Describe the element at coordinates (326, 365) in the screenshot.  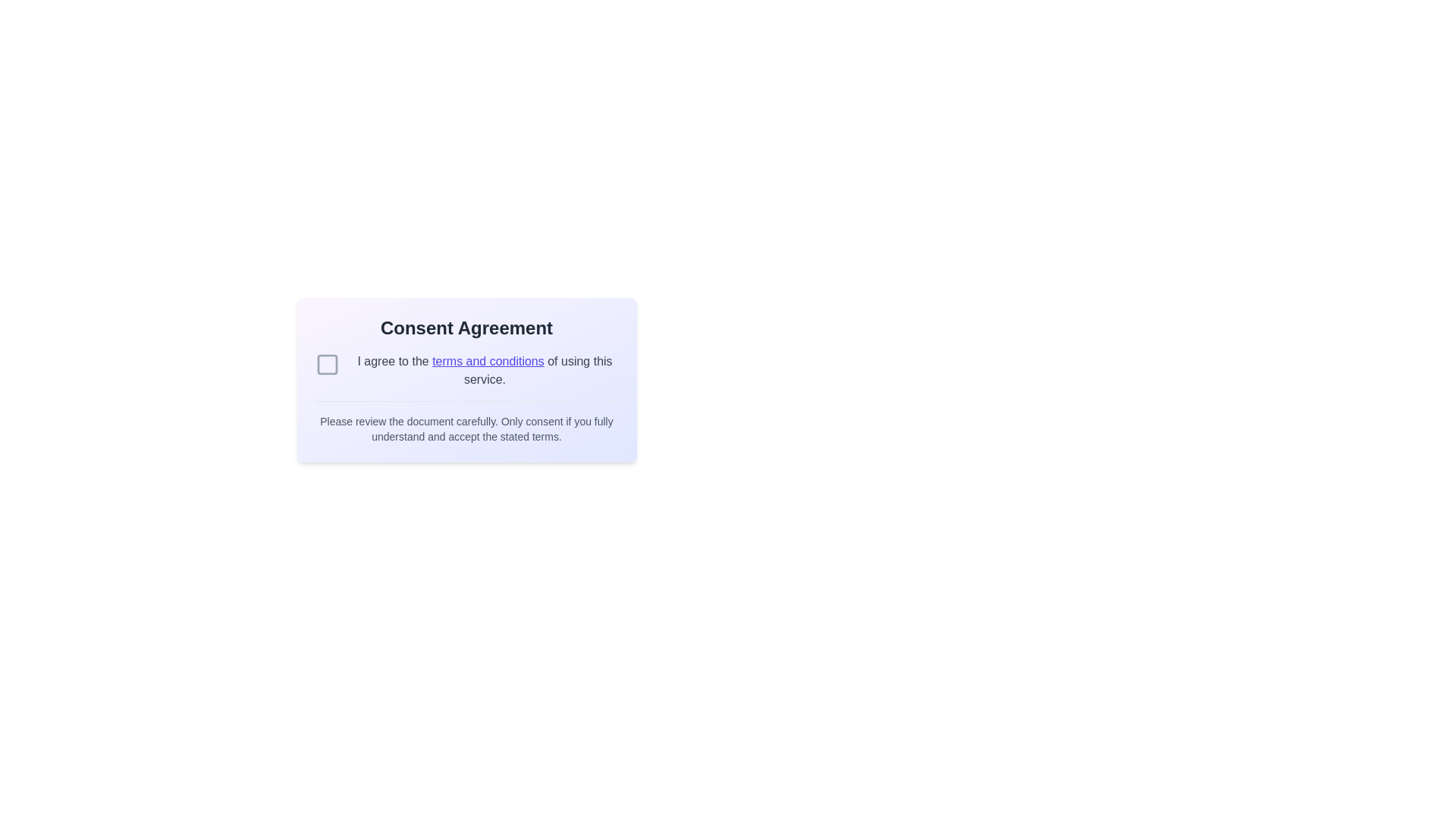
I see `the checkbox element that allows users to agree to the terms and conditions, which is positioned to the left of the text label stating 'I agree to the terms and conditions of using this service'` at that location.